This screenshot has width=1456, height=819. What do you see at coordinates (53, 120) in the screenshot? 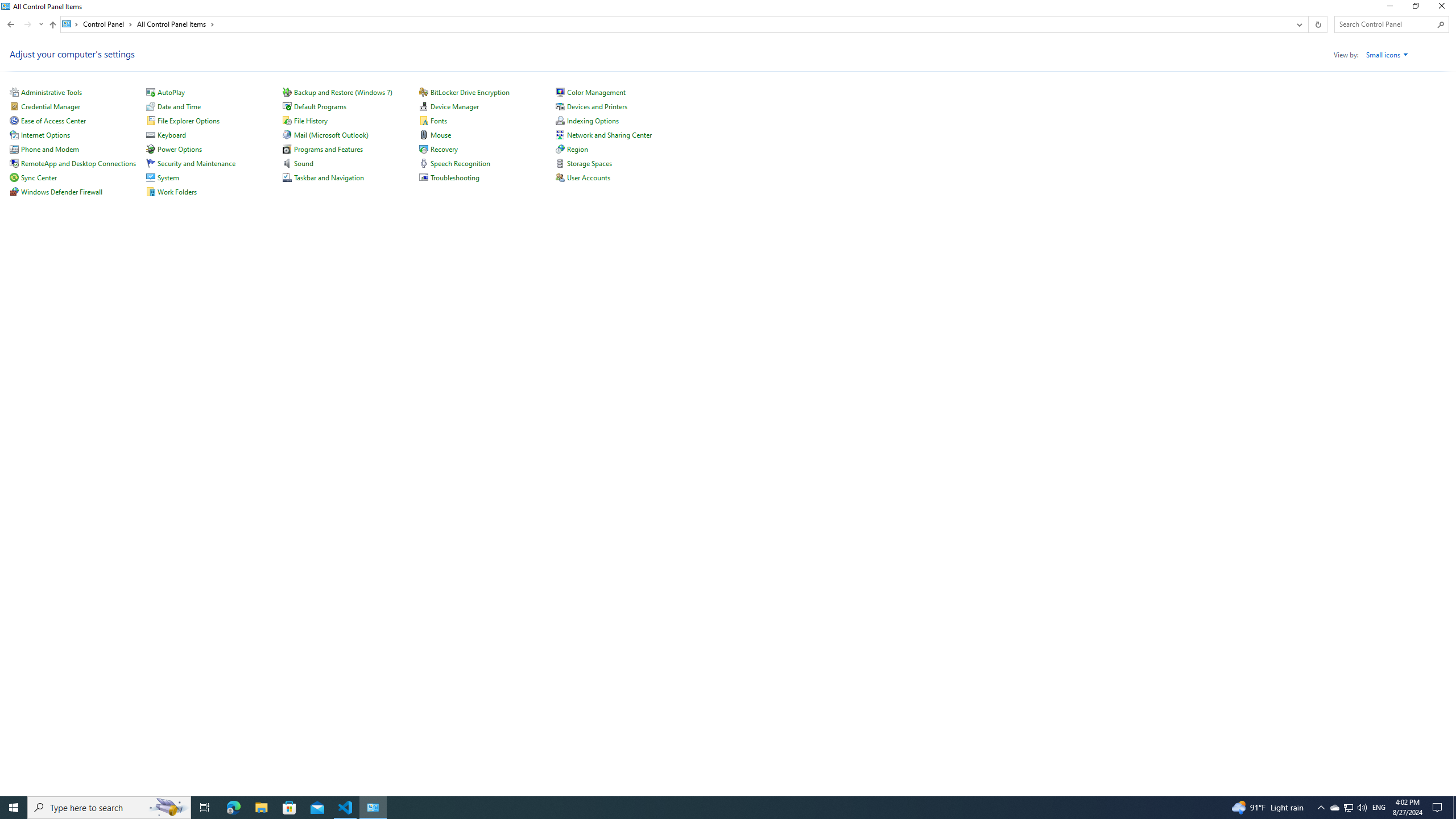
I see `'Ease of Access Center'` at bounding box center [53, 120].